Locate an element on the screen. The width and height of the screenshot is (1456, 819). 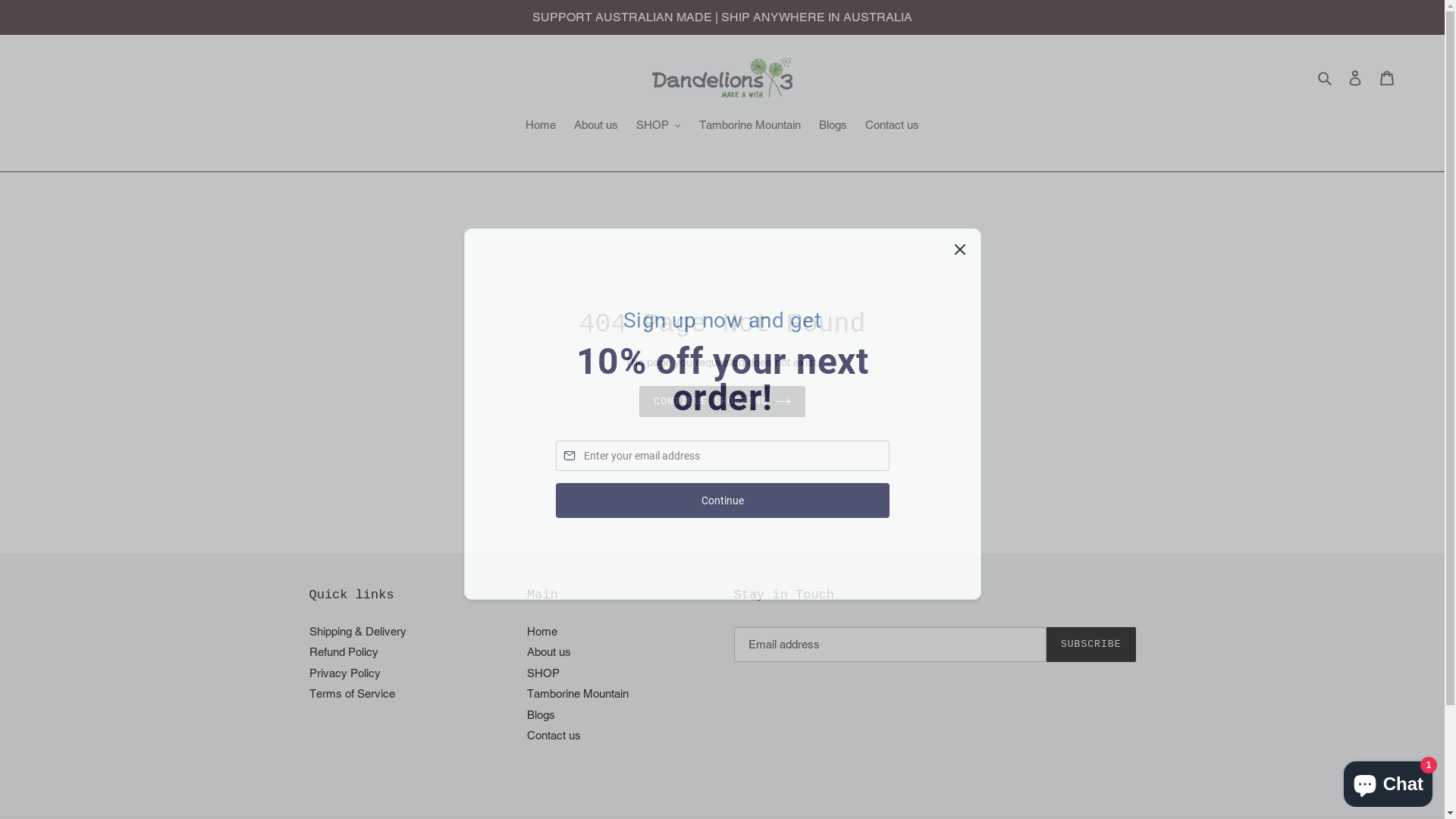
'Contact us' is located at coordinates (892, 125).